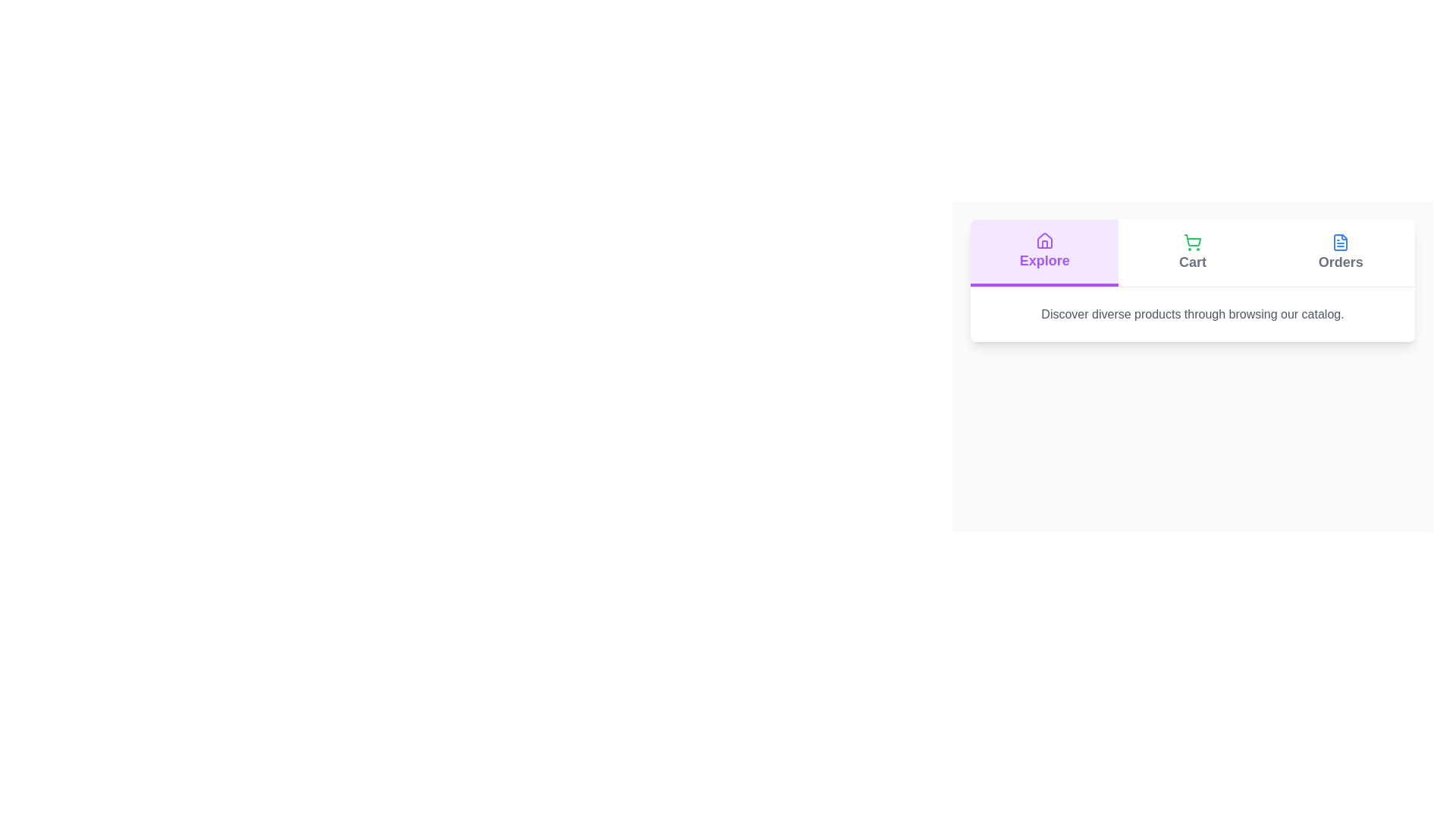 Image resolution: width=1456 pixels, height=819 pixels. I want to click on the icon for the Explore tab to examine its visual representation, so click(1043, 240).